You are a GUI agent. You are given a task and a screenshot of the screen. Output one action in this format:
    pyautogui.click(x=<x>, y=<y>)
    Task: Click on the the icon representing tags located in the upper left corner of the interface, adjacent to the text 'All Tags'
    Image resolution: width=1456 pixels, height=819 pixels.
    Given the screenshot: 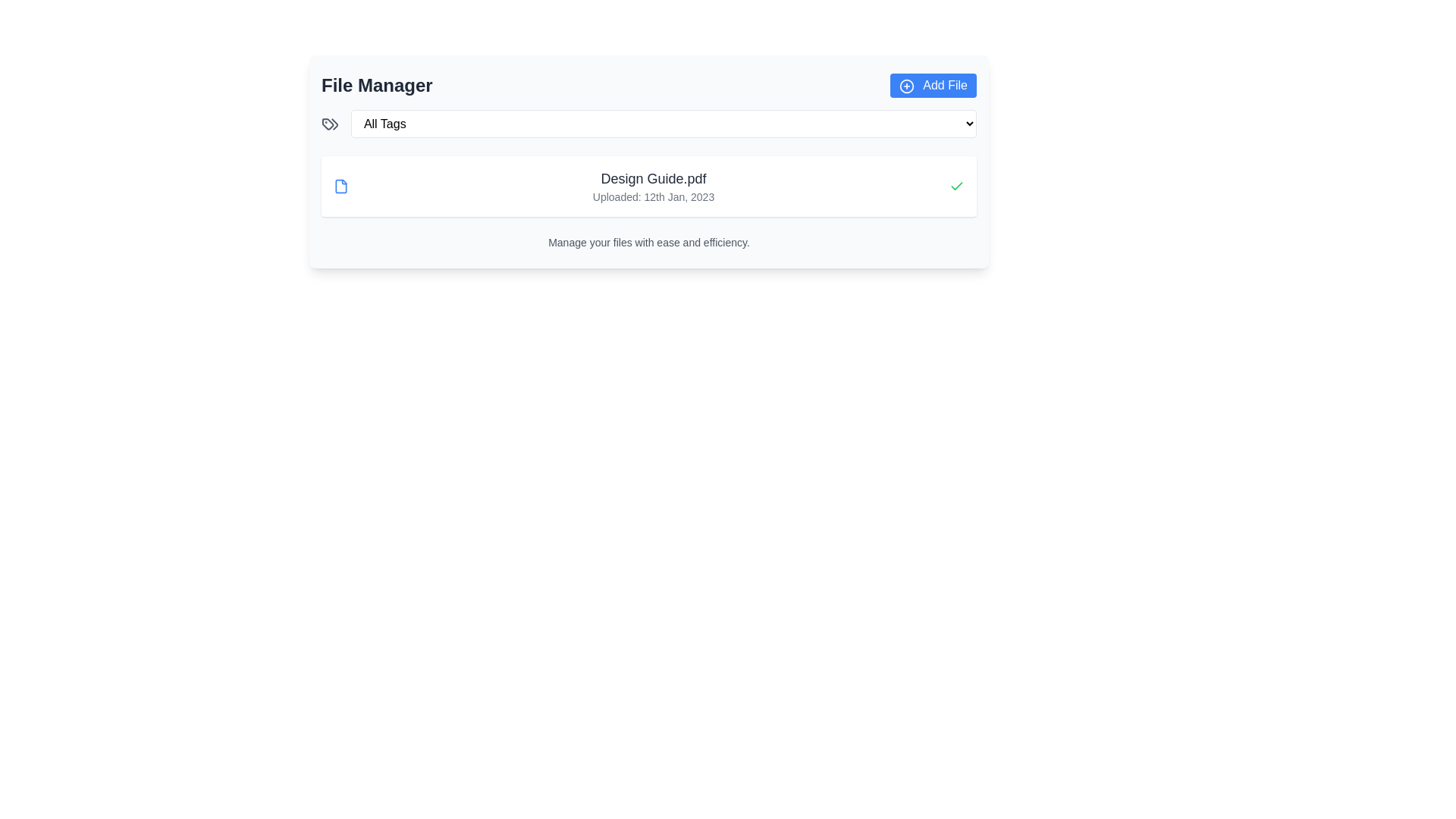 What is the action you would take?
    pyautogui.click(x=329, y=123)
    